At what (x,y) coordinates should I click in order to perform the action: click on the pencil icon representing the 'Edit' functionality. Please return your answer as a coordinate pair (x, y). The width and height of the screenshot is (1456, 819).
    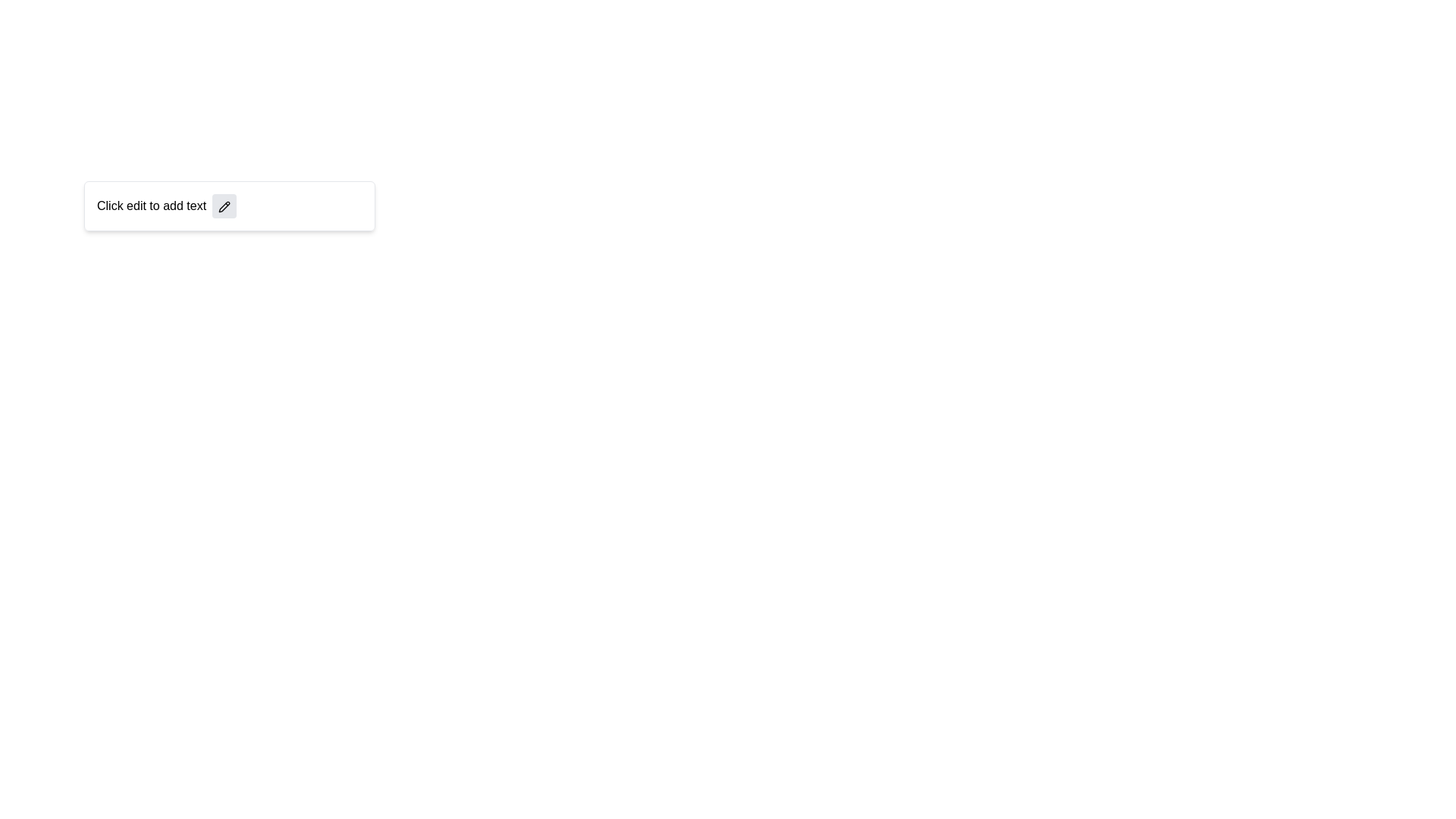
    Looking at the image, I should click on (224, 206).